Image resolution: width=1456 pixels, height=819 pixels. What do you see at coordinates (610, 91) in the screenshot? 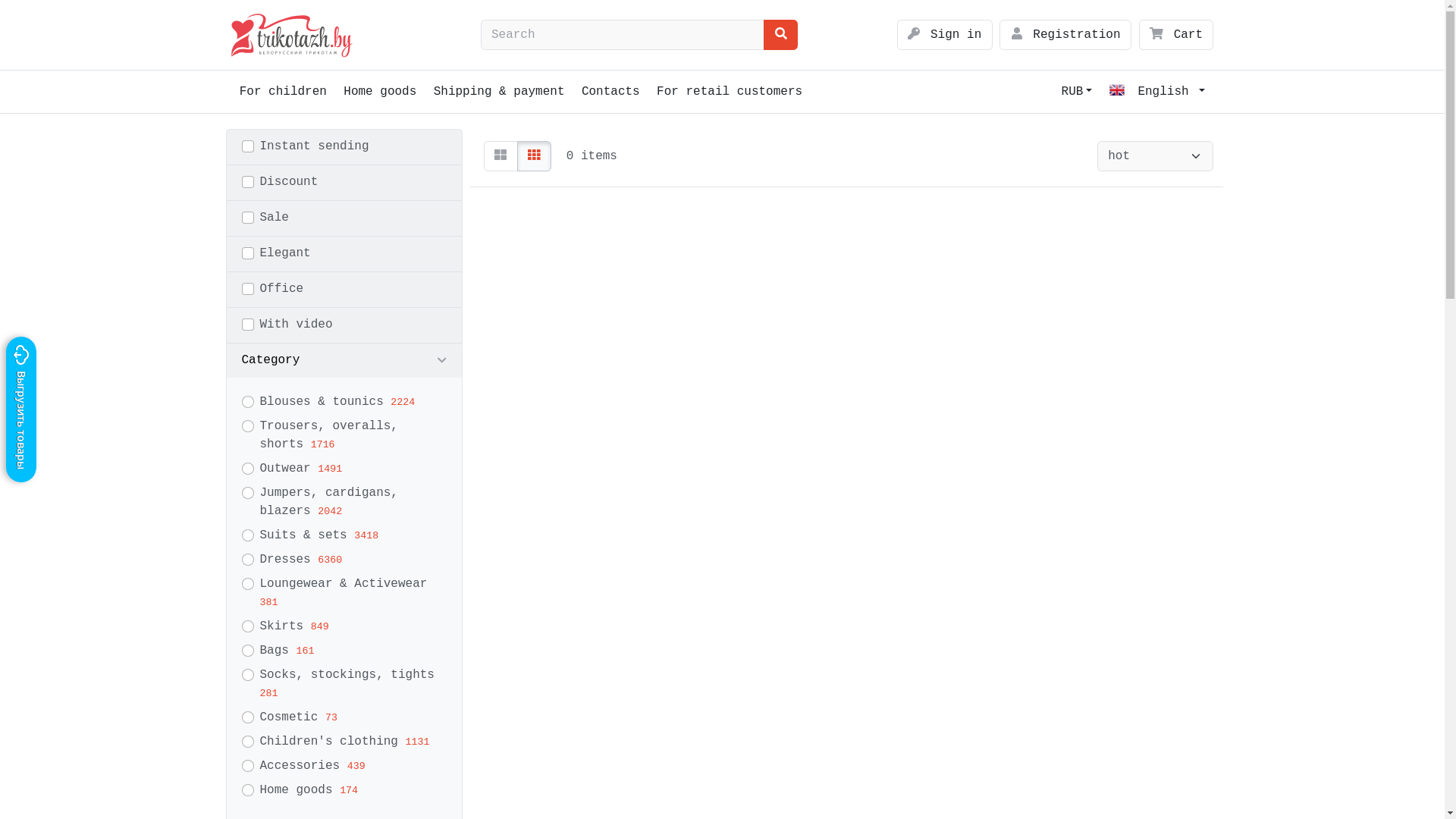
I see `'Contacts'` at bounding box center [610, 91].